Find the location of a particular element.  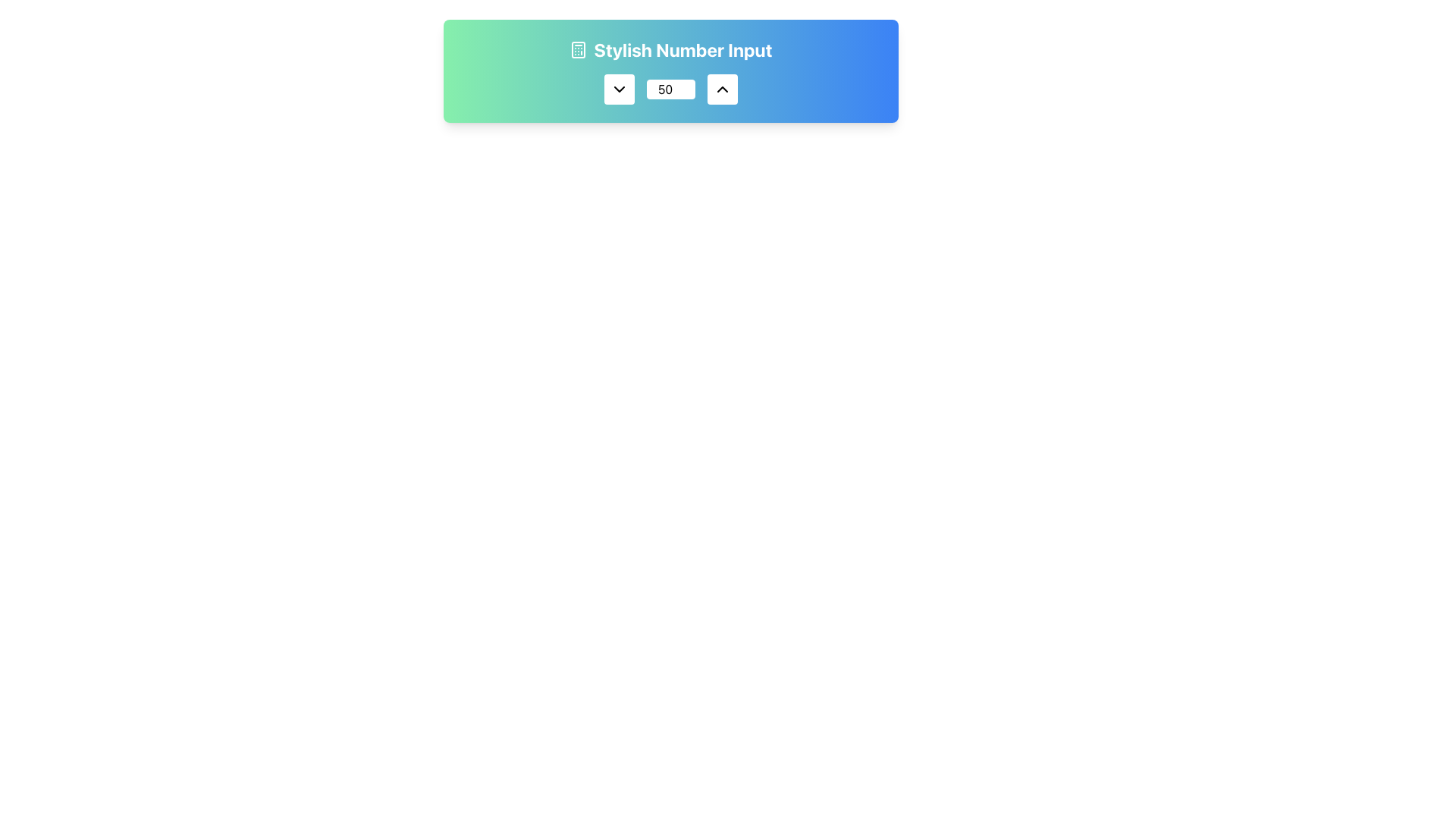

the increment control button located to the right of the numerical input box displaying the number 50 is located at coordinates (722, 89).